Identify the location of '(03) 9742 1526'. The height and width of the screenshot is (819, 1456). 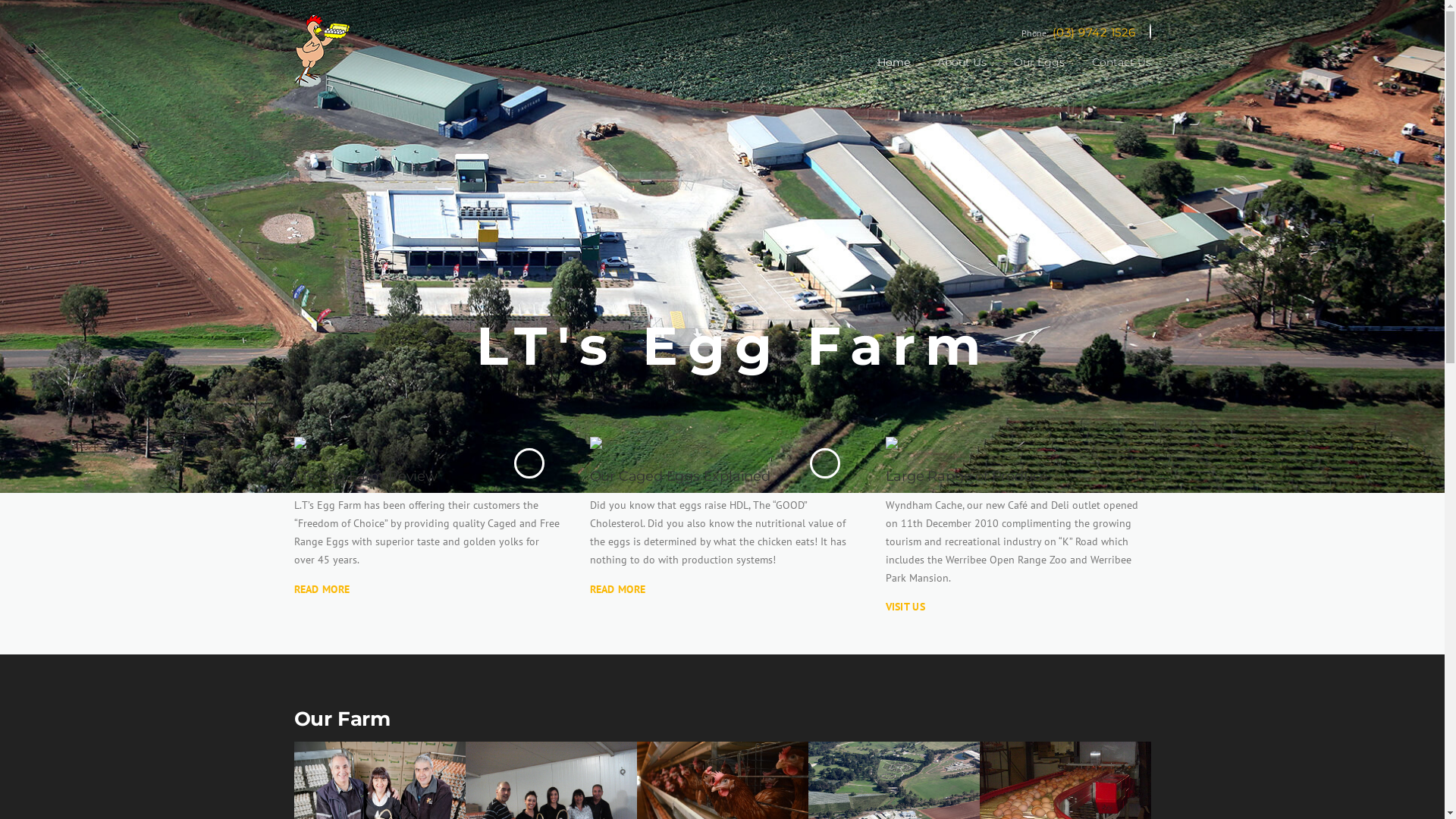
(1094, 32).